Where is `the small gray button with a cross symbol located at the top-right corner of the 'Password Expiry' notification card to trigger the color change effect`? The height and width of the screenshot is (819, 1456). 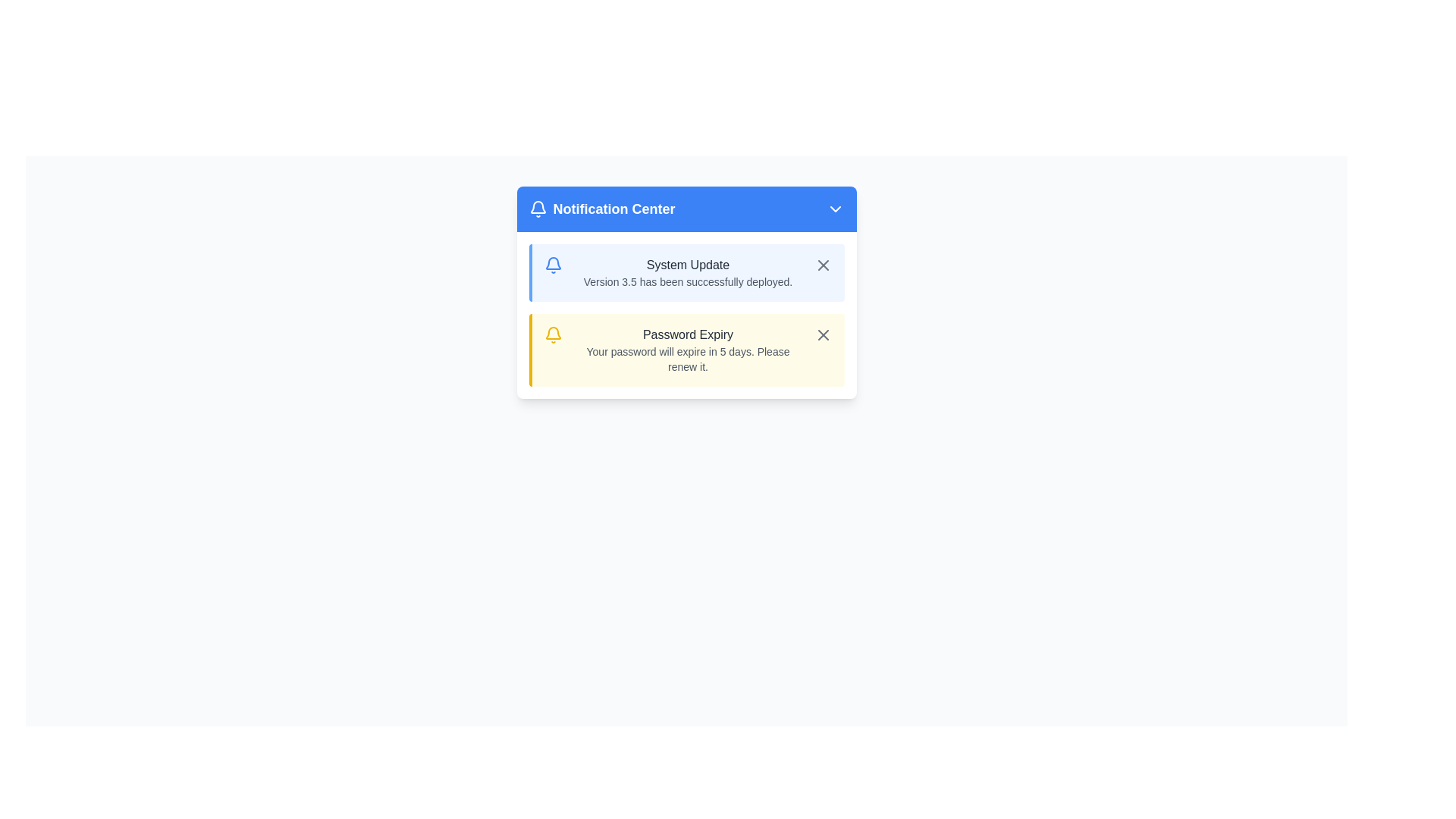 the small gray button with a cross symbol located at the top-right corner of the 'Password Expiry' notification card to trigger the color change effect is located at coordinates (822, 334).